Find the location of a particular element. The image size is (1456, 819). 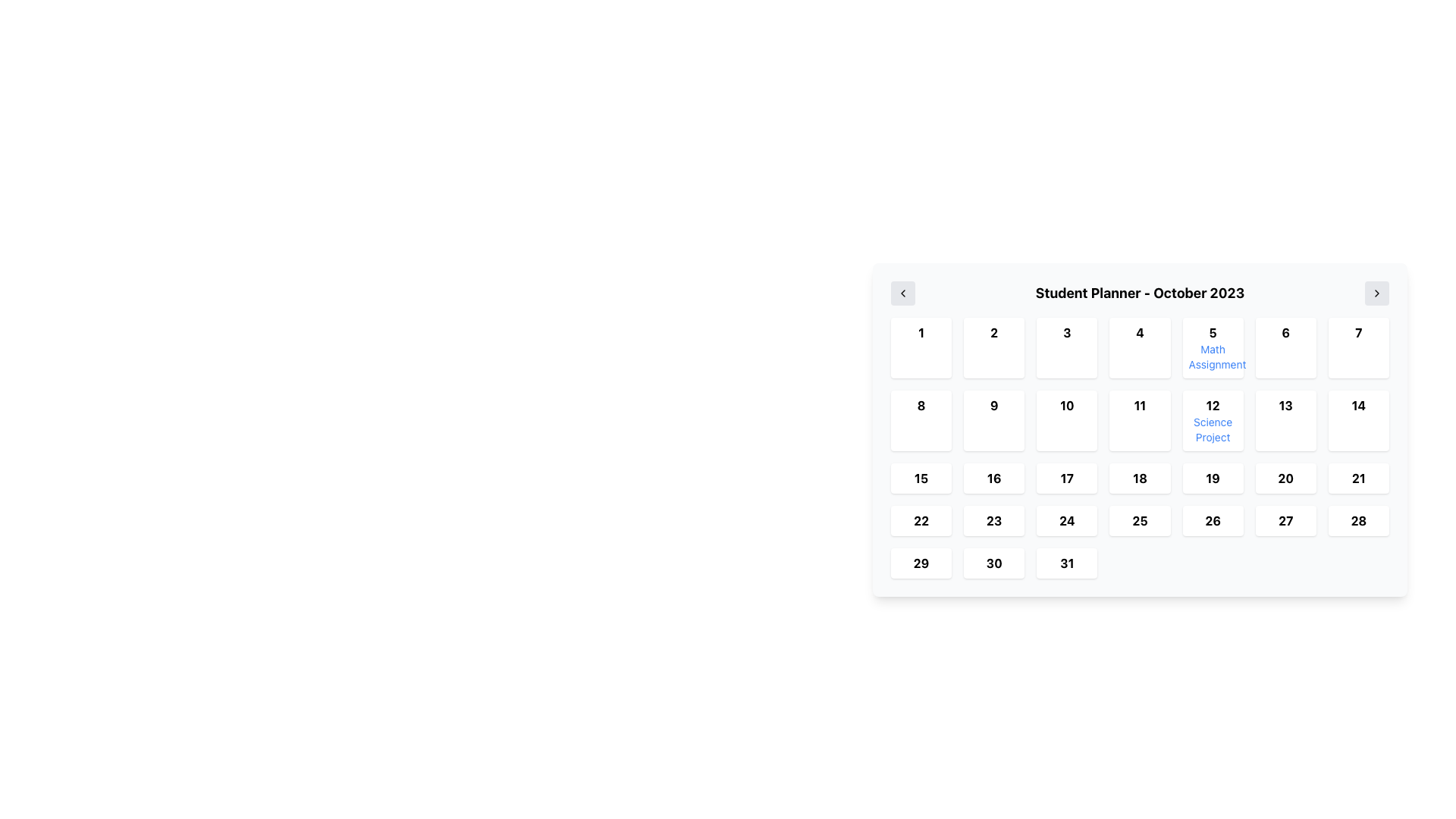

the bold number '2' in the second grid cell of the calendar under 'Student Planner - October 2023' is located at coordinates (994, 332).